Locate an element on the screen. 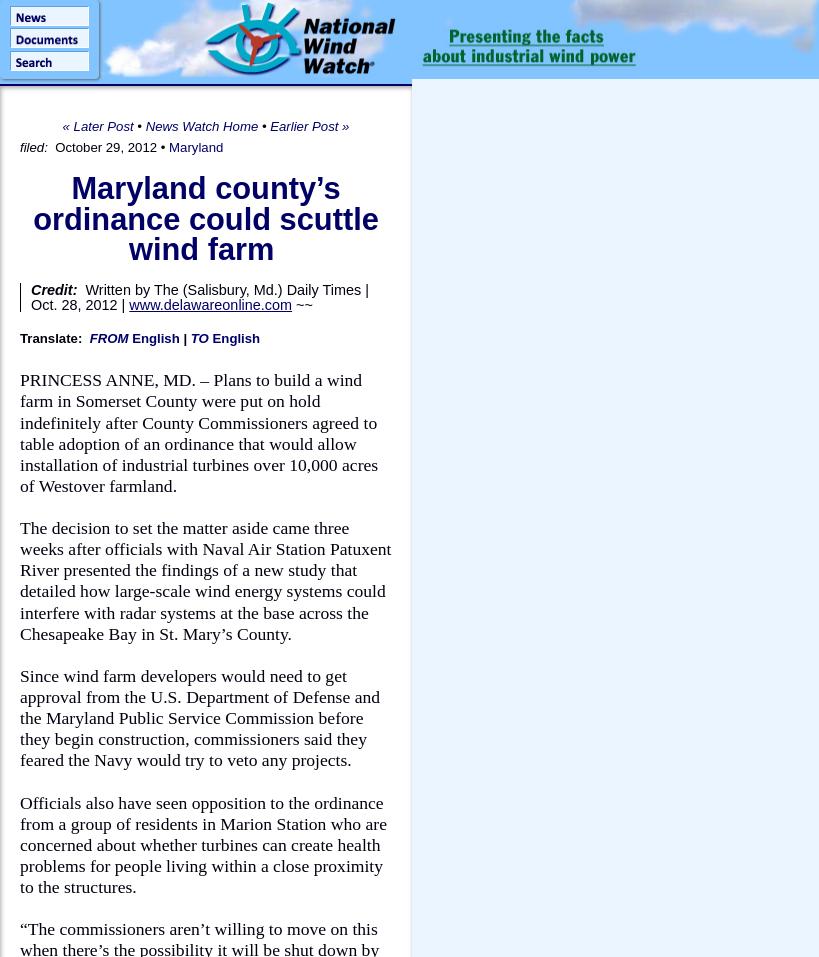  'October 29, 2012' is located at coordinates (54, 147).